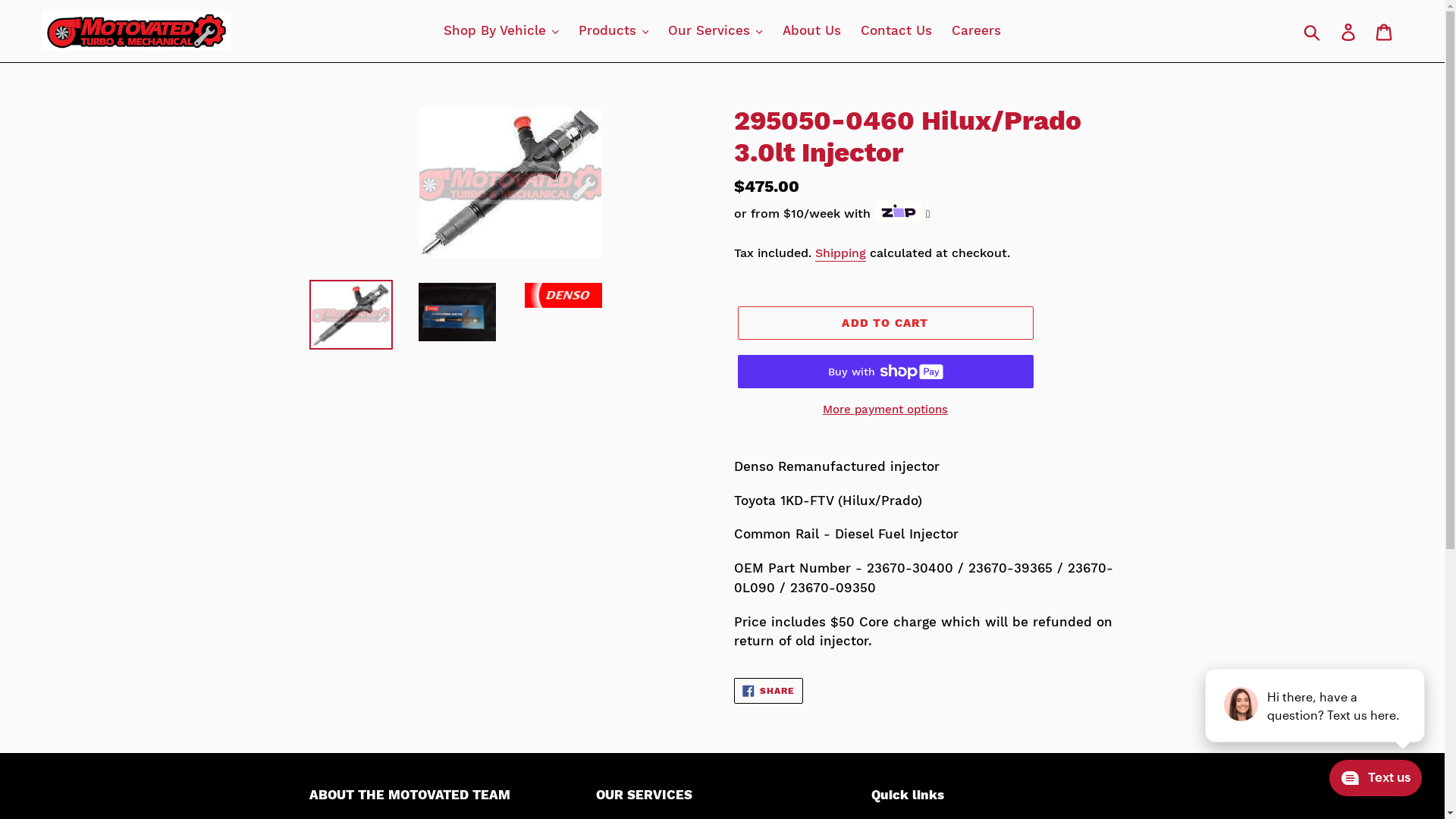 The image size is (1456, 819). I want to click on 'podium webchat widget prompt', so click(1314, 704).